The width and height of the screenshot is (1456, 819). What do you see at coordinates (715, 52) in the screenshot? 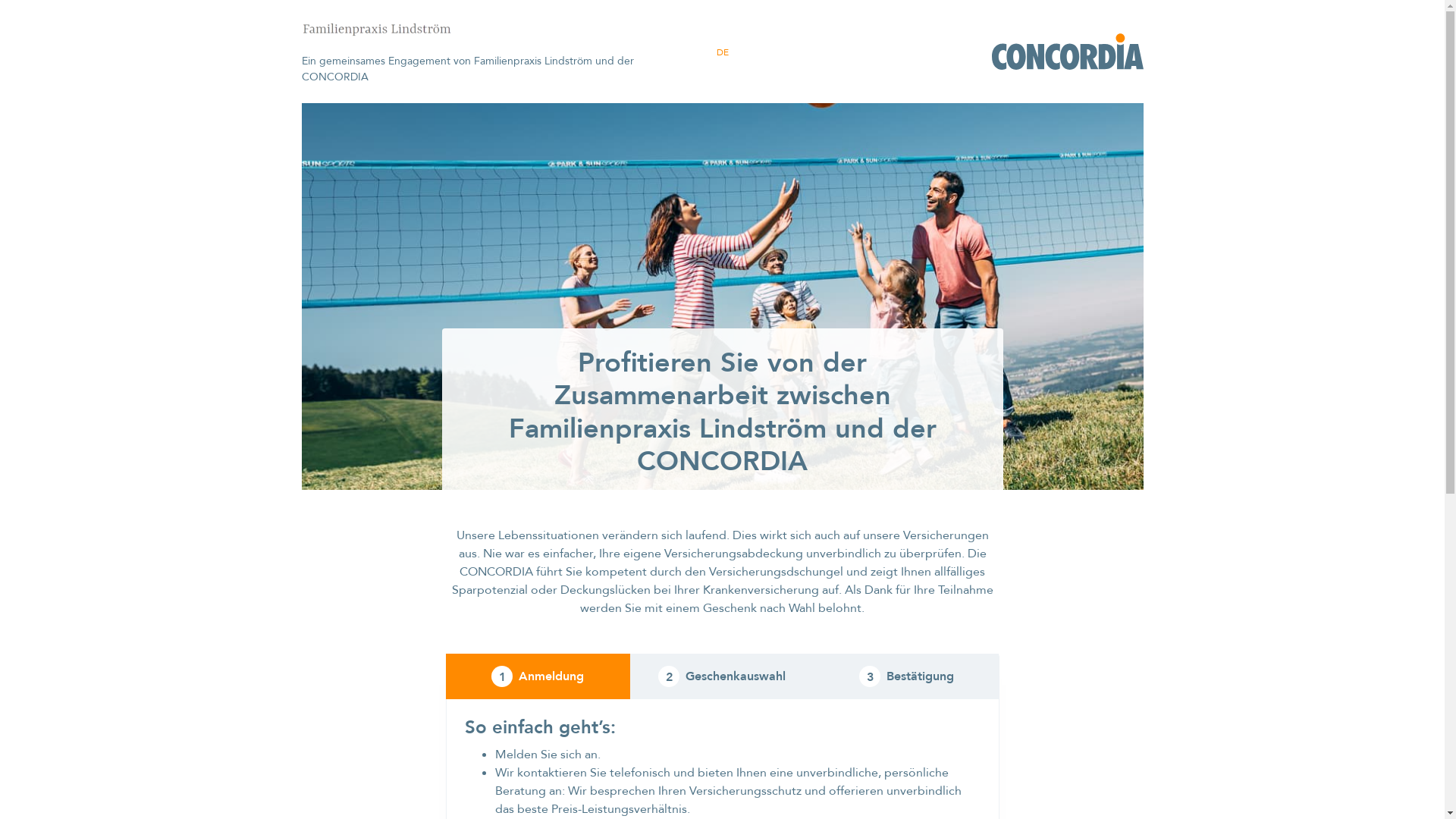
I see `'DE'` at bounding box center [715, 52].